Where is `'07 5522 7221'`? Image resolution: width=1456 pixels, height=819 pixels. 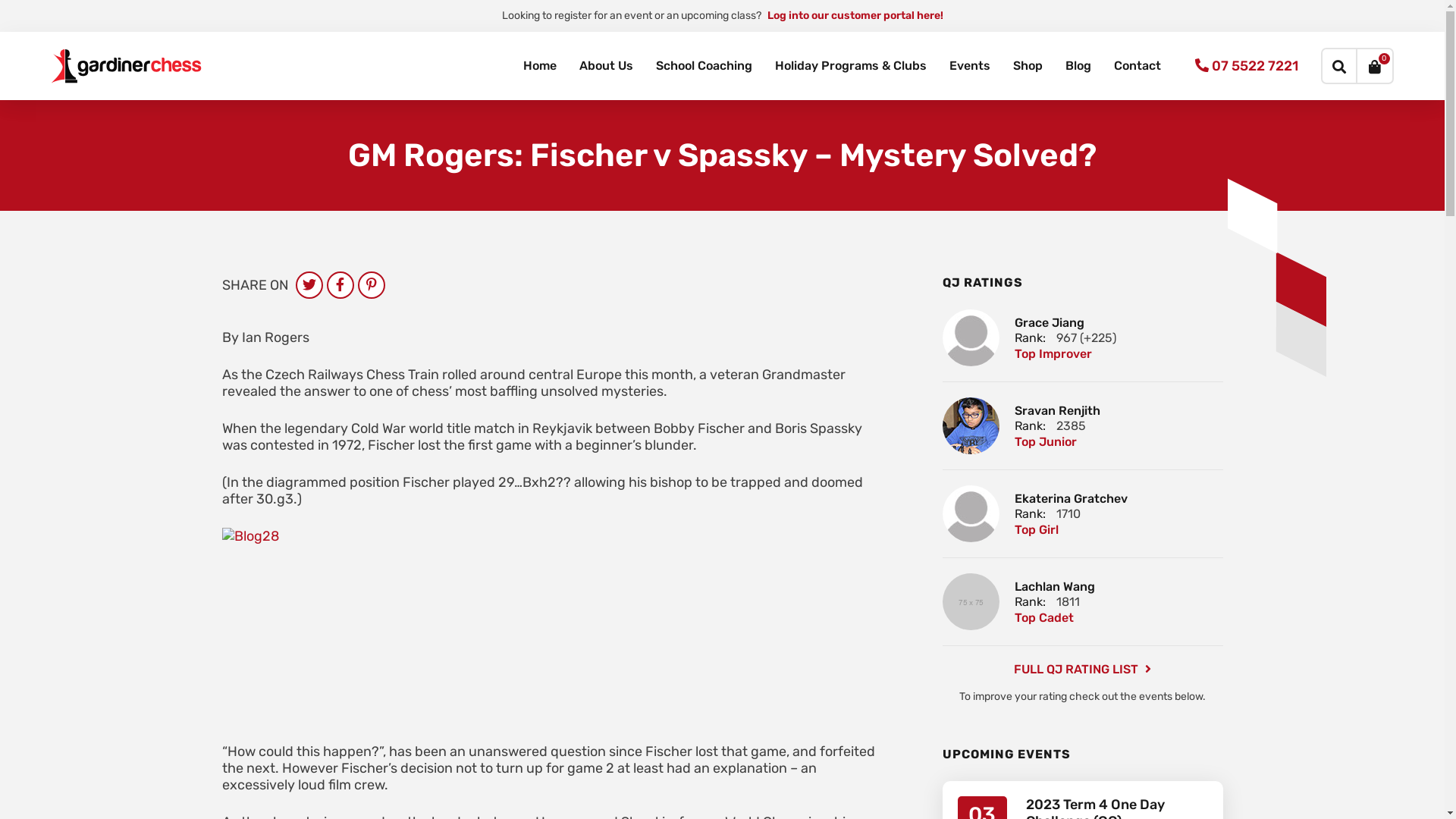 '07 5522 7221' is located at coordinates (1194, 65).